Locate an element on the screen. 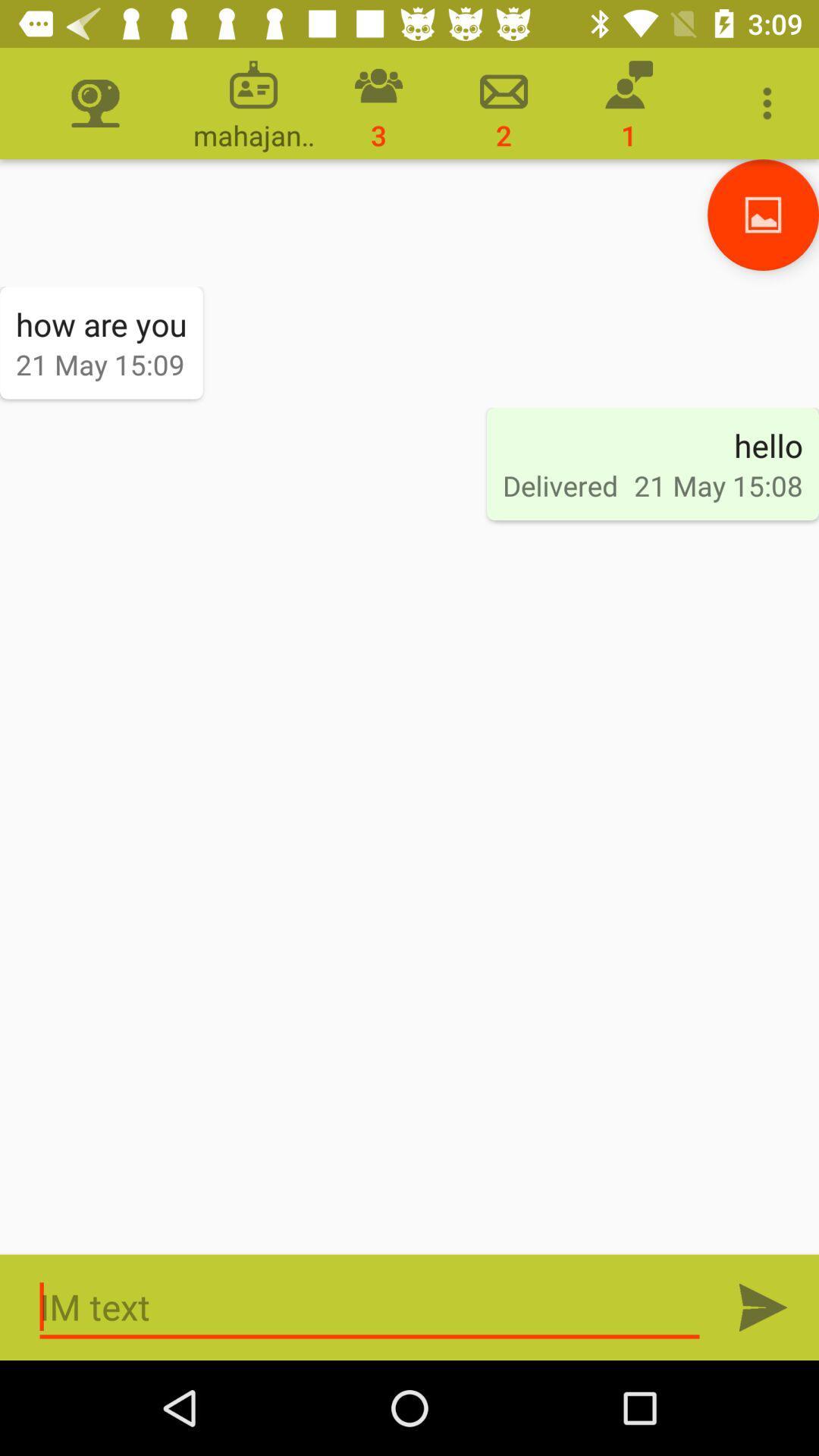 The height and width of the screenshot is (1456, 819). the field which contains the im text is located at coordinates (369, 1307).